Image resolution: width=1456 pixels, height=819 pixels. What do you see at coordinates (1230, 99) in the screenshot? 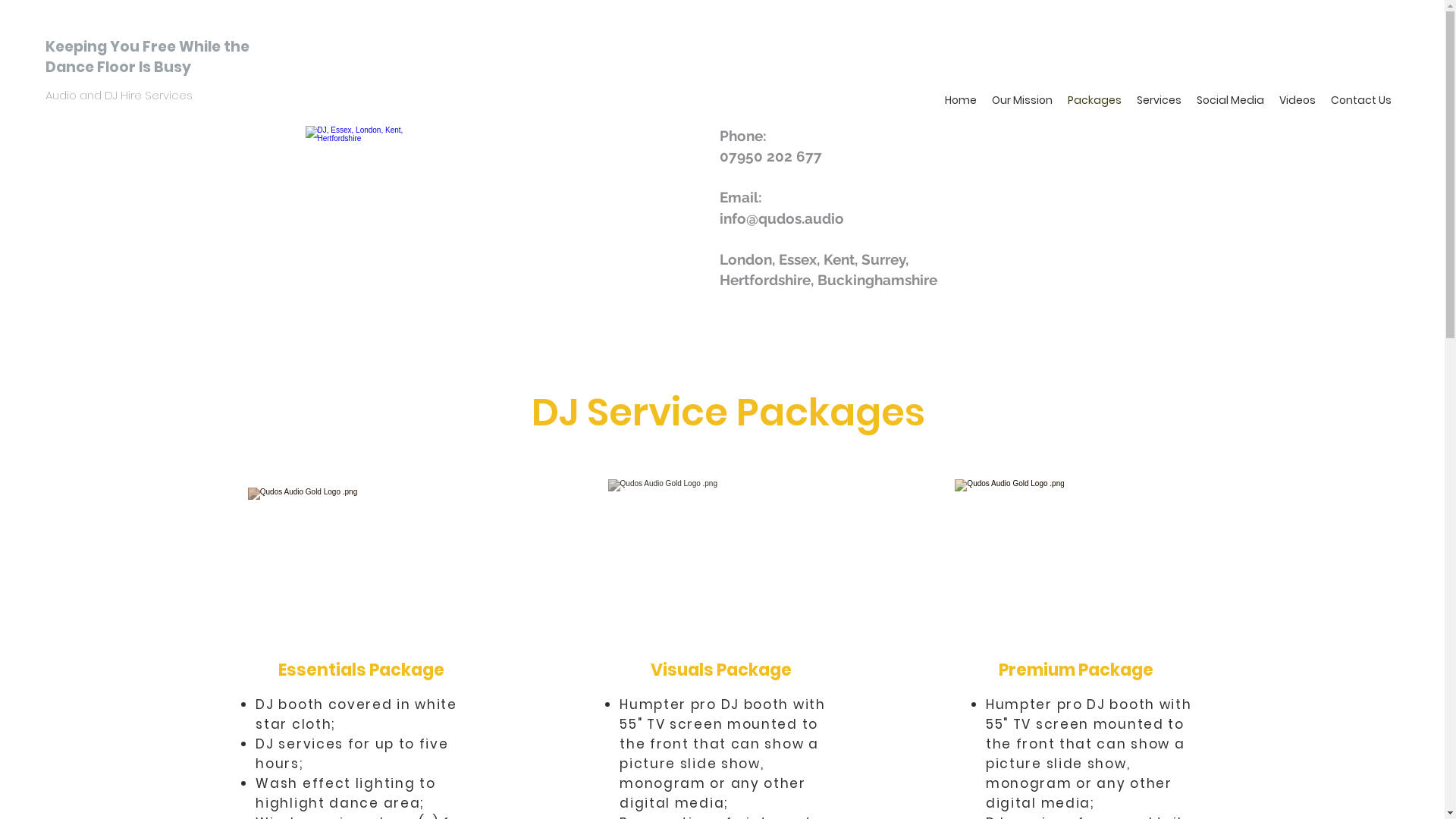
I see `'Social Media'` at bounding box center [1230, 99].